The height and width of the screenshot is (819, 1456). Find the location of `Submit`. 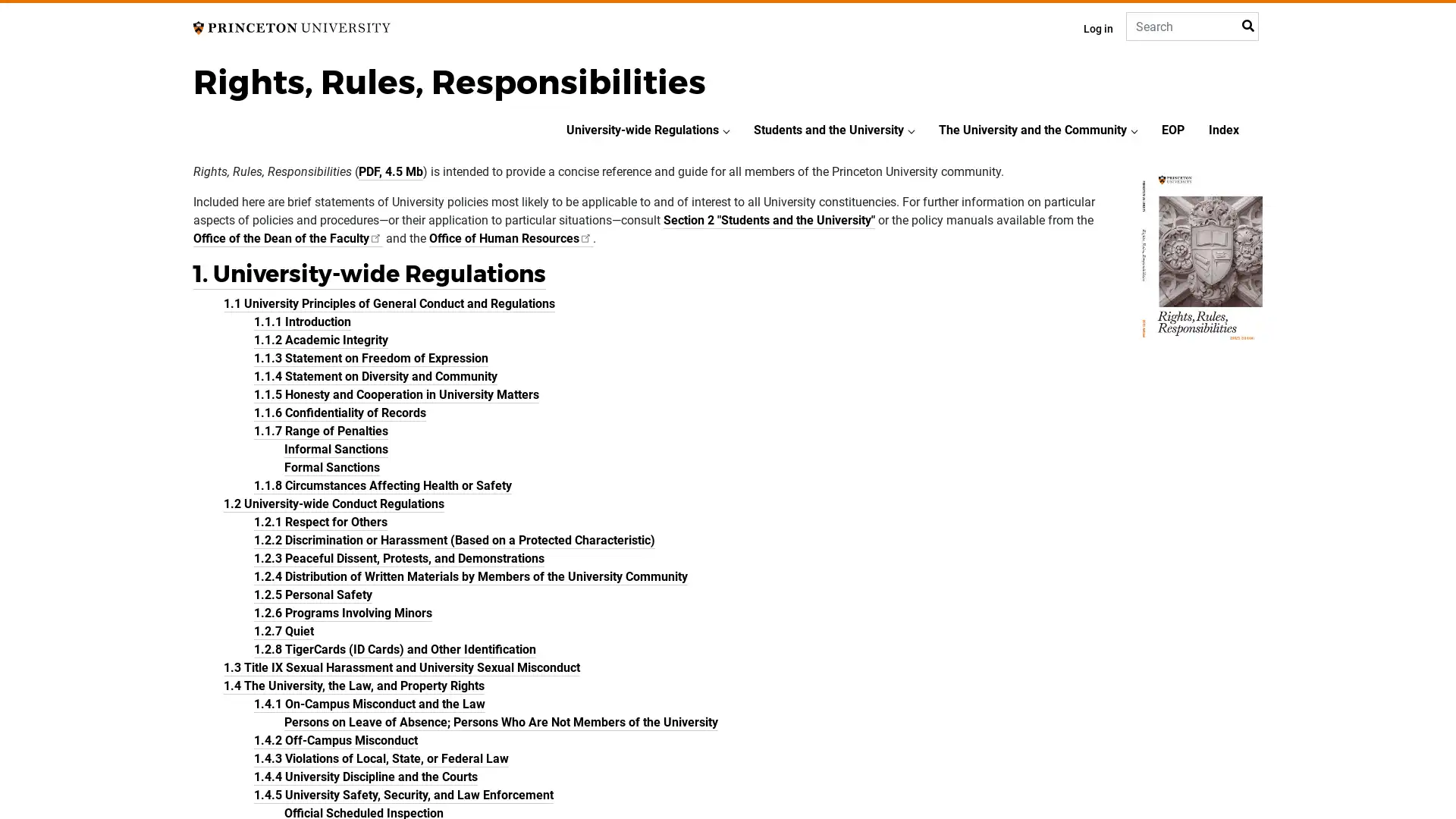

Submit is located at coordinates (1246, 26).